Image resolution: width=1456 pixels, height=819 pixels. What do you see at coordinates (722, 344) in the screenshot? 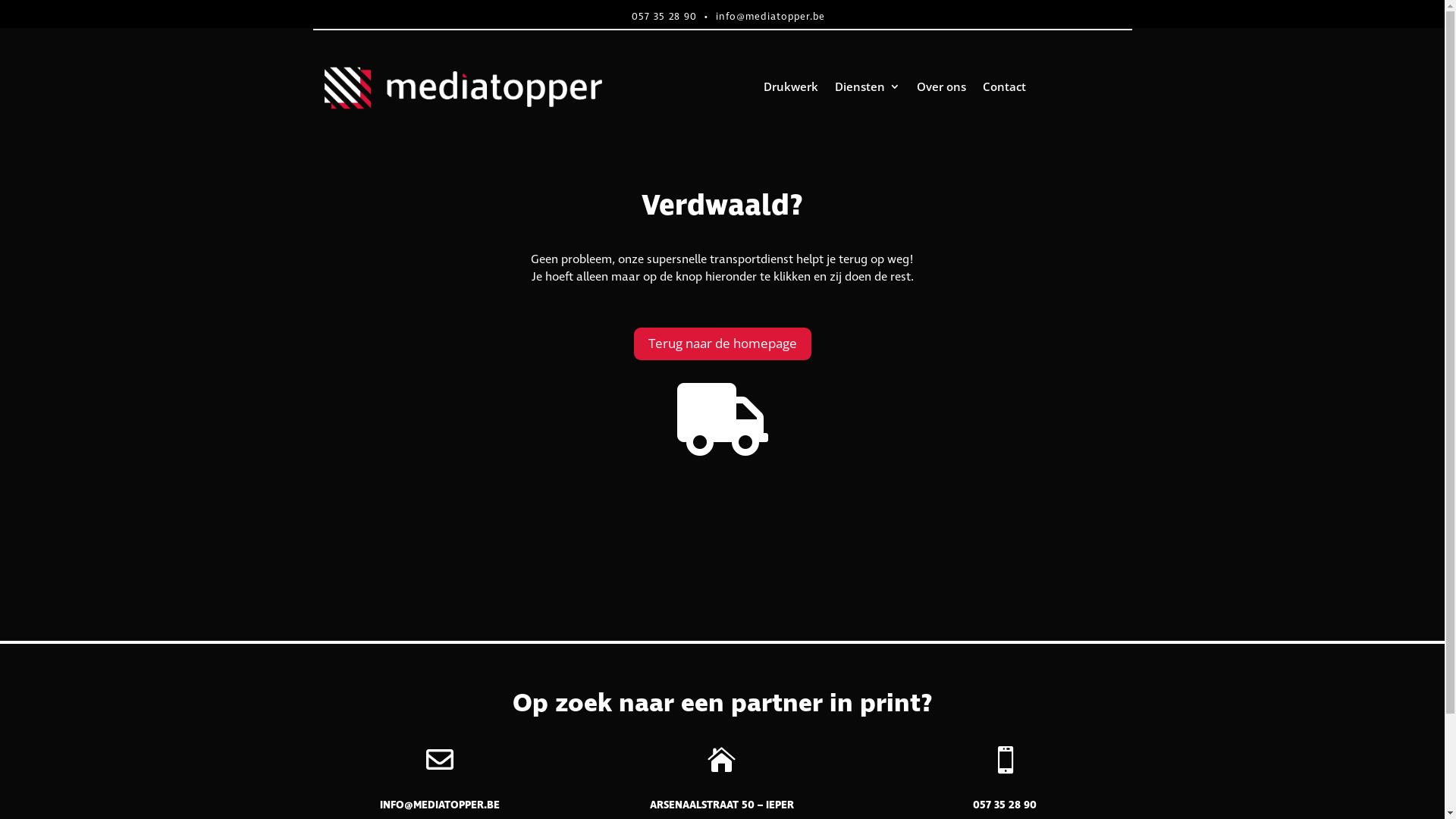
I see `'Terug naar de homepage'` at bounding box center [722, 344].